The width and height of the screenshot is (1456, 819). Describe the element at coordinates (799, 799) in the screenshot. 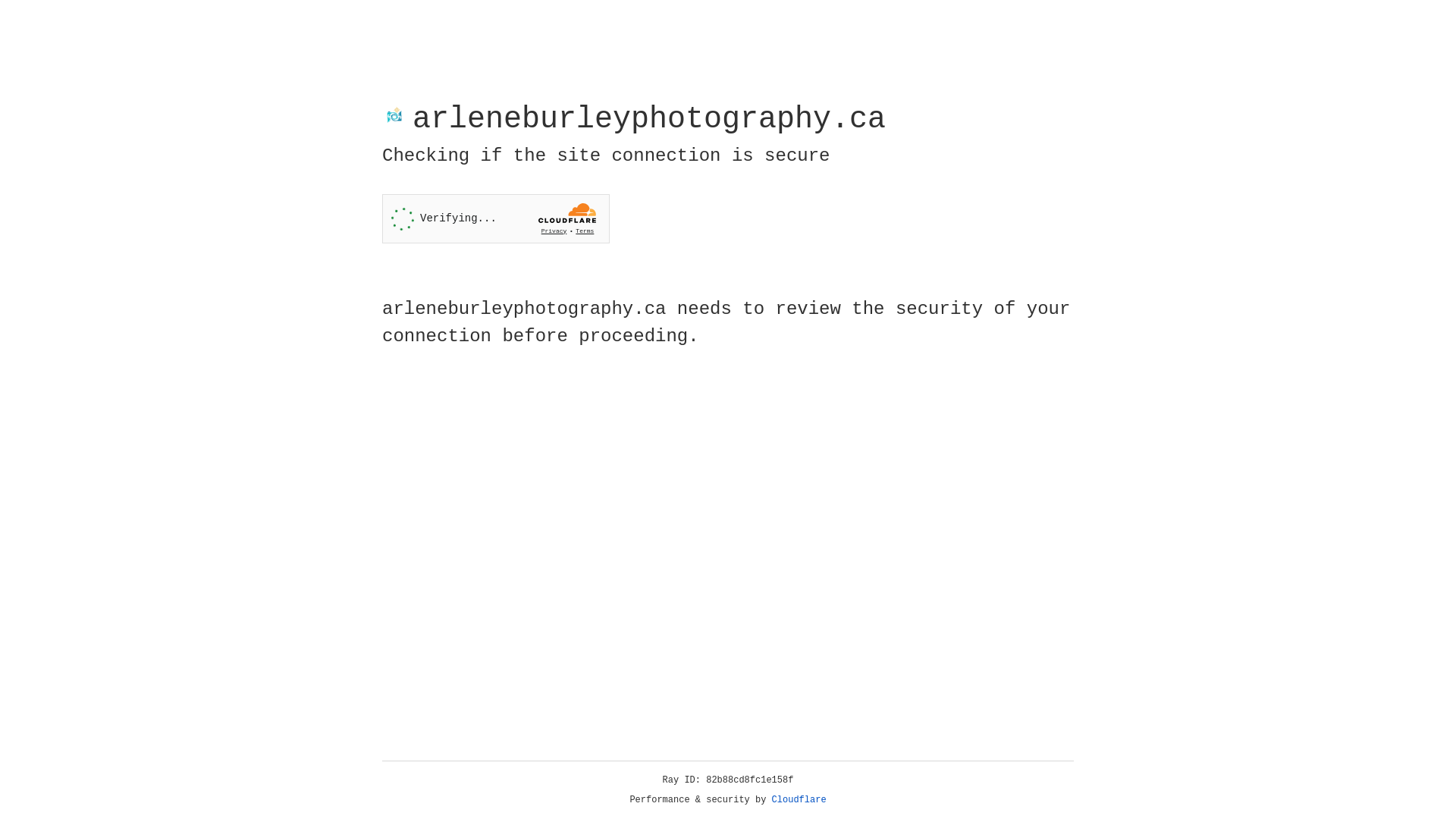

I see `'Cloudflare'` at that location.